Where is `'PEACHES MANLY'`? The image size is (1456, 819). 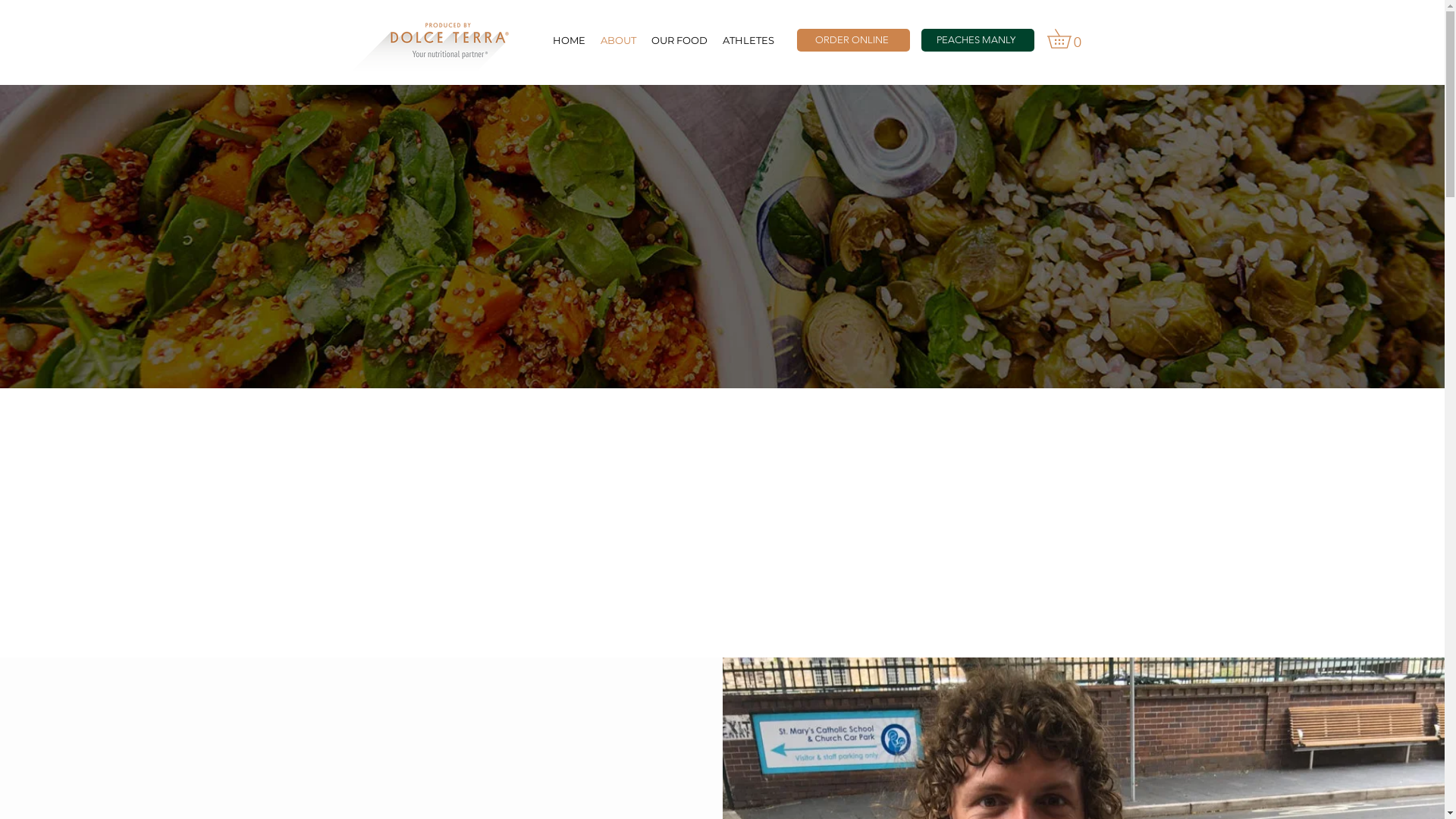
'PEACHES MANLY' is located at coordinates (977, 39).